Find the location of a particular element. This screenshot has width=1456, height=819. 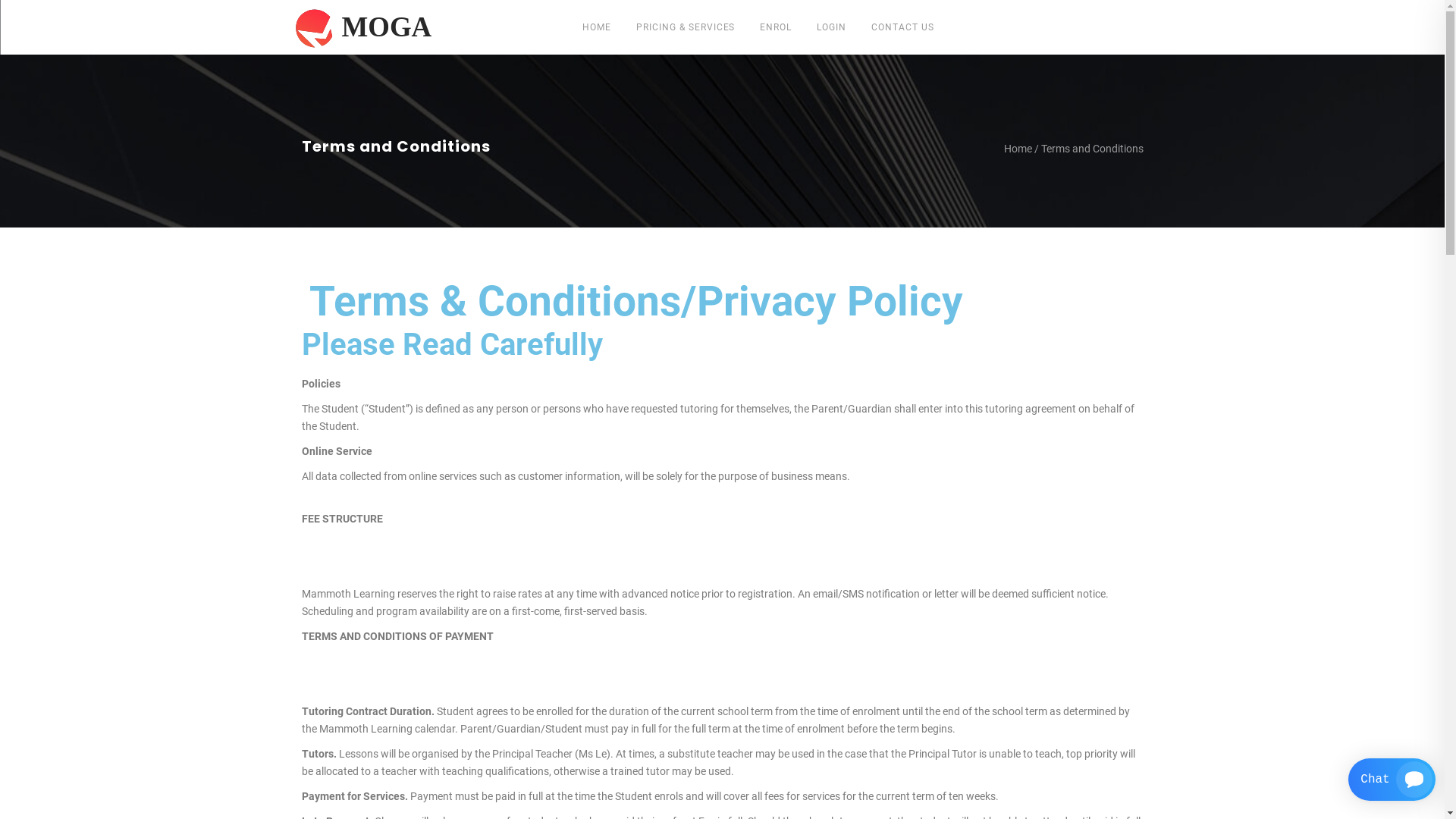

'PRICING & SERVICES' is located at coordinates (684, 27).